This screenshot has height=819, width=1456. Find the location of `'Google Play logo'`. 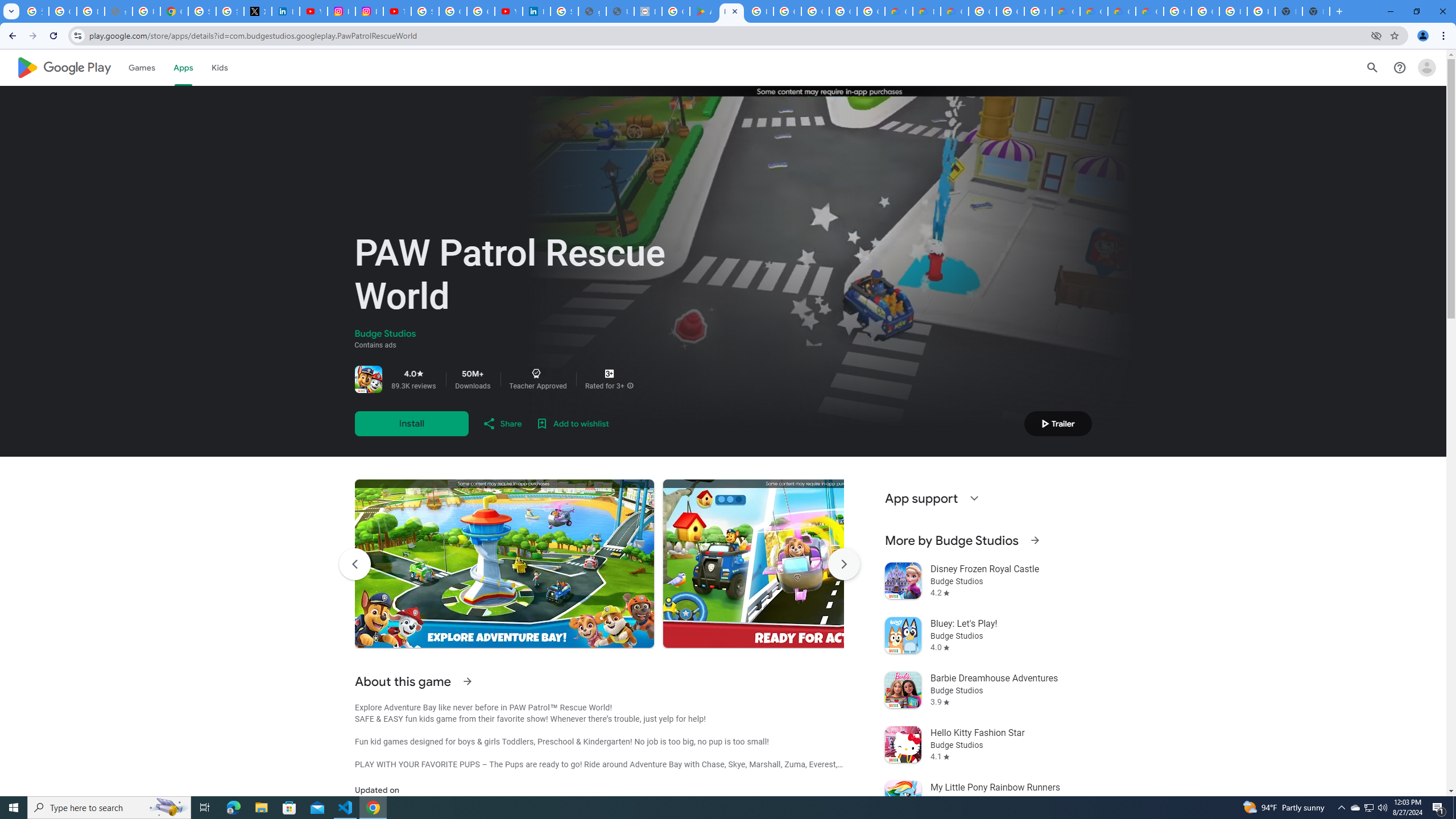

'Google Play logo' is located at coordinates (63, 67).